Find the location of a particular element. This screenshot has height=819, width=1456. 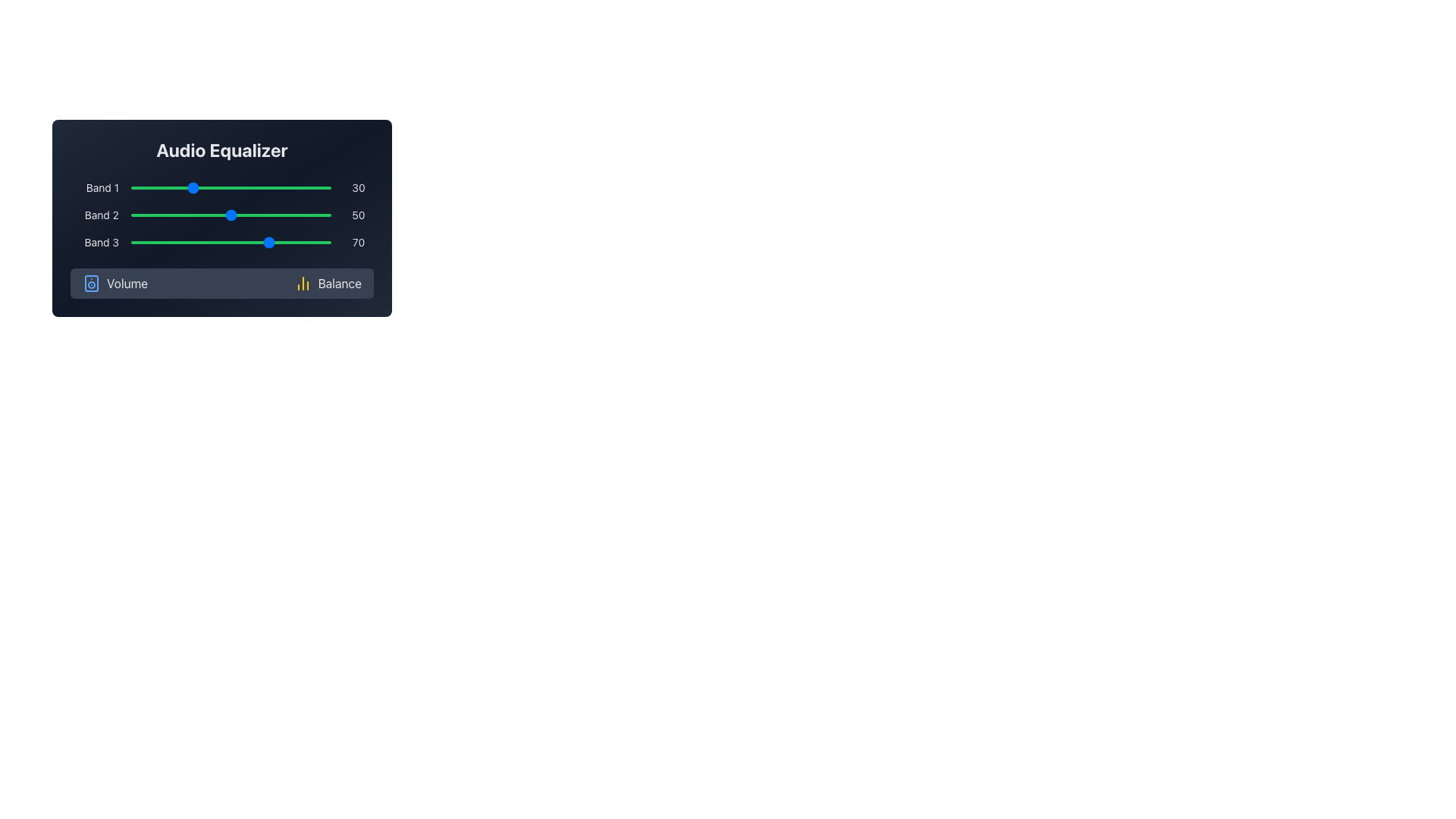

the Band 3 slider is located at coordinates (303, 242).